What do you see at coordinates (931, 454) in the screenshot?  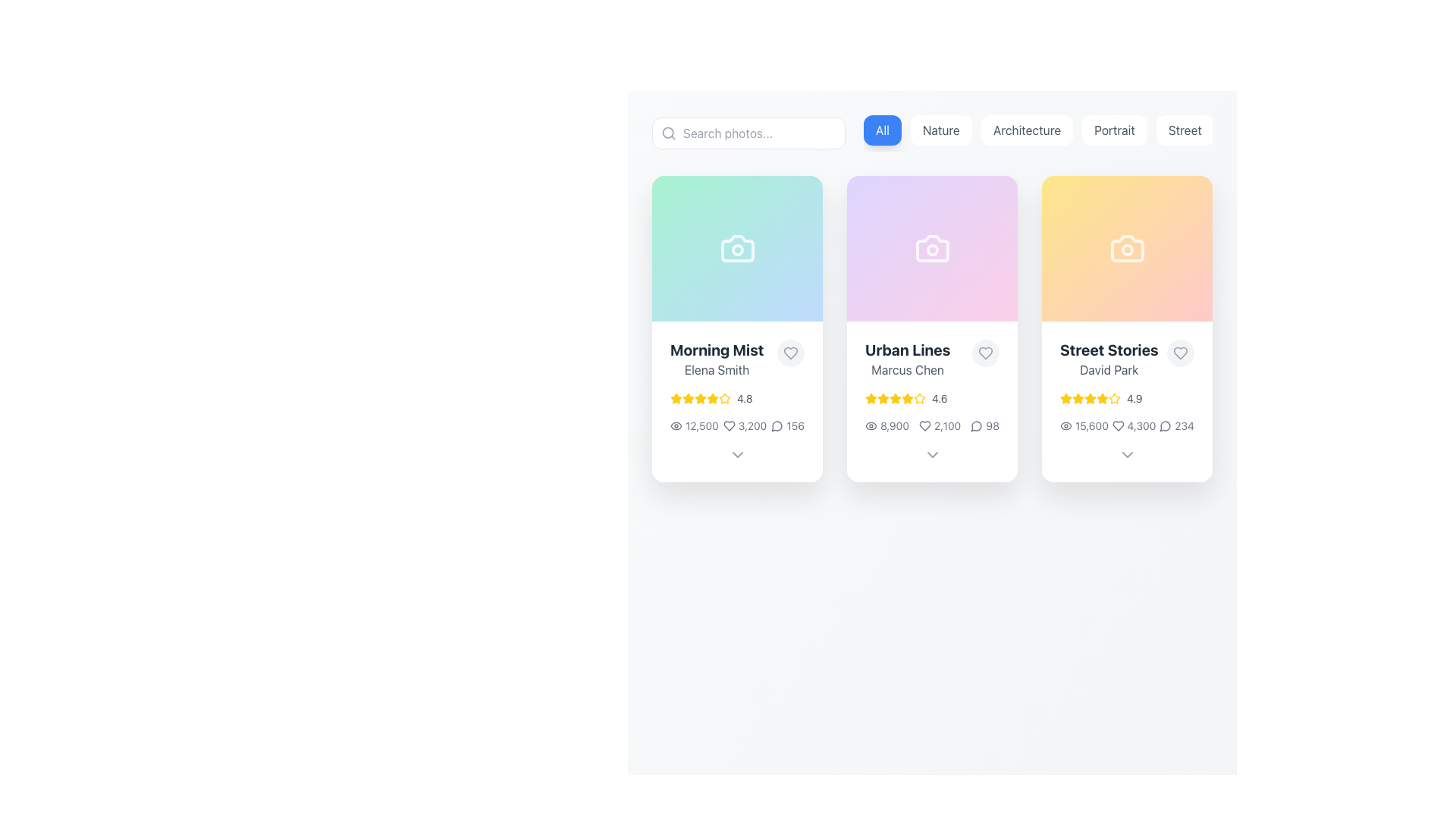 I see `the collapsible button-like icon resembling a chevron or down-arrow indicator located at the bottom center of the 'Urban Lines' card titled 'Marcus Chen'` at bounding box center [931, 454].